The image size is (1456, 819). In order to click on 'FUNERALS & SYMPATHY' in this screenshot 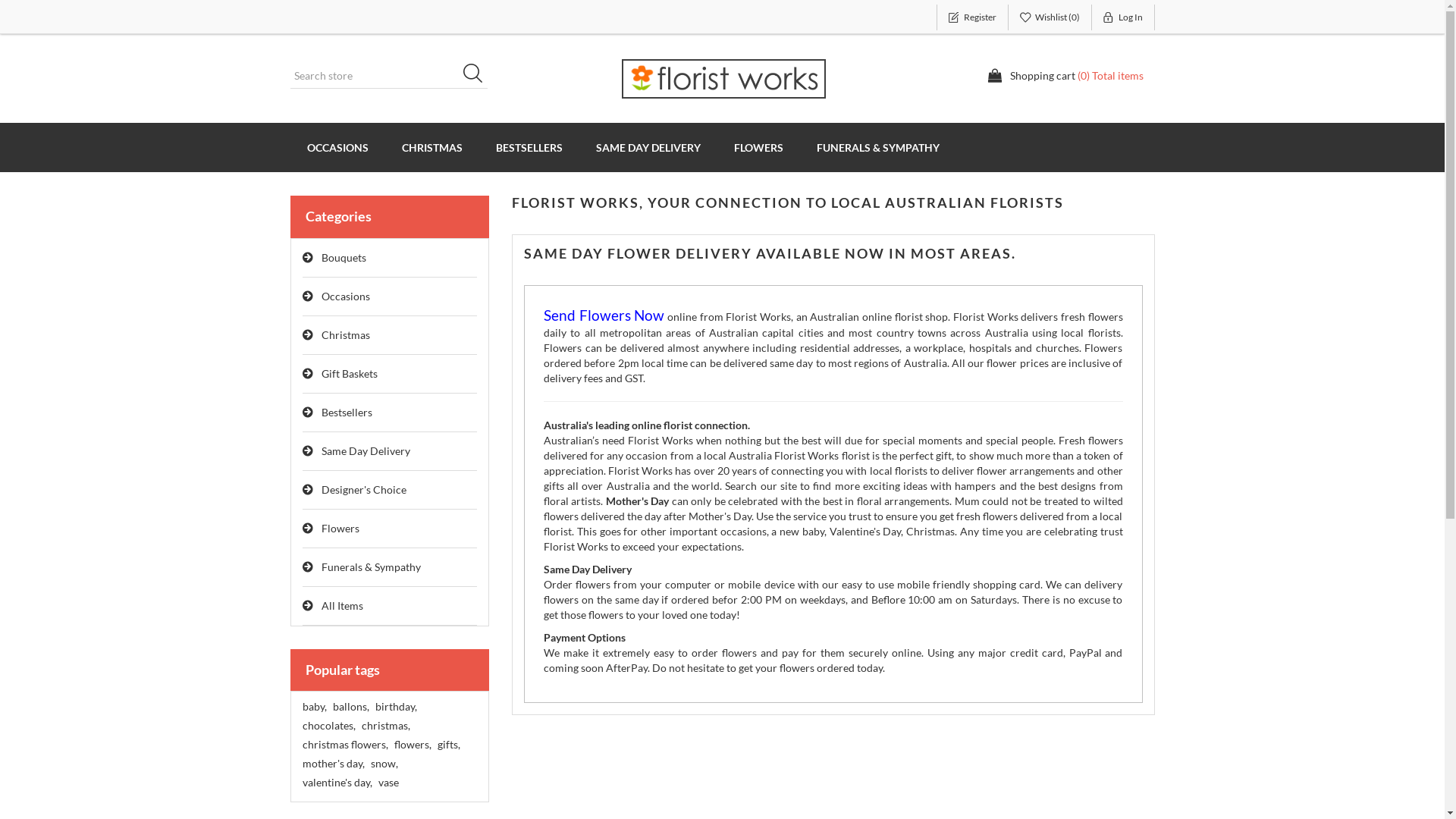, I will do `click(877, 147)`.